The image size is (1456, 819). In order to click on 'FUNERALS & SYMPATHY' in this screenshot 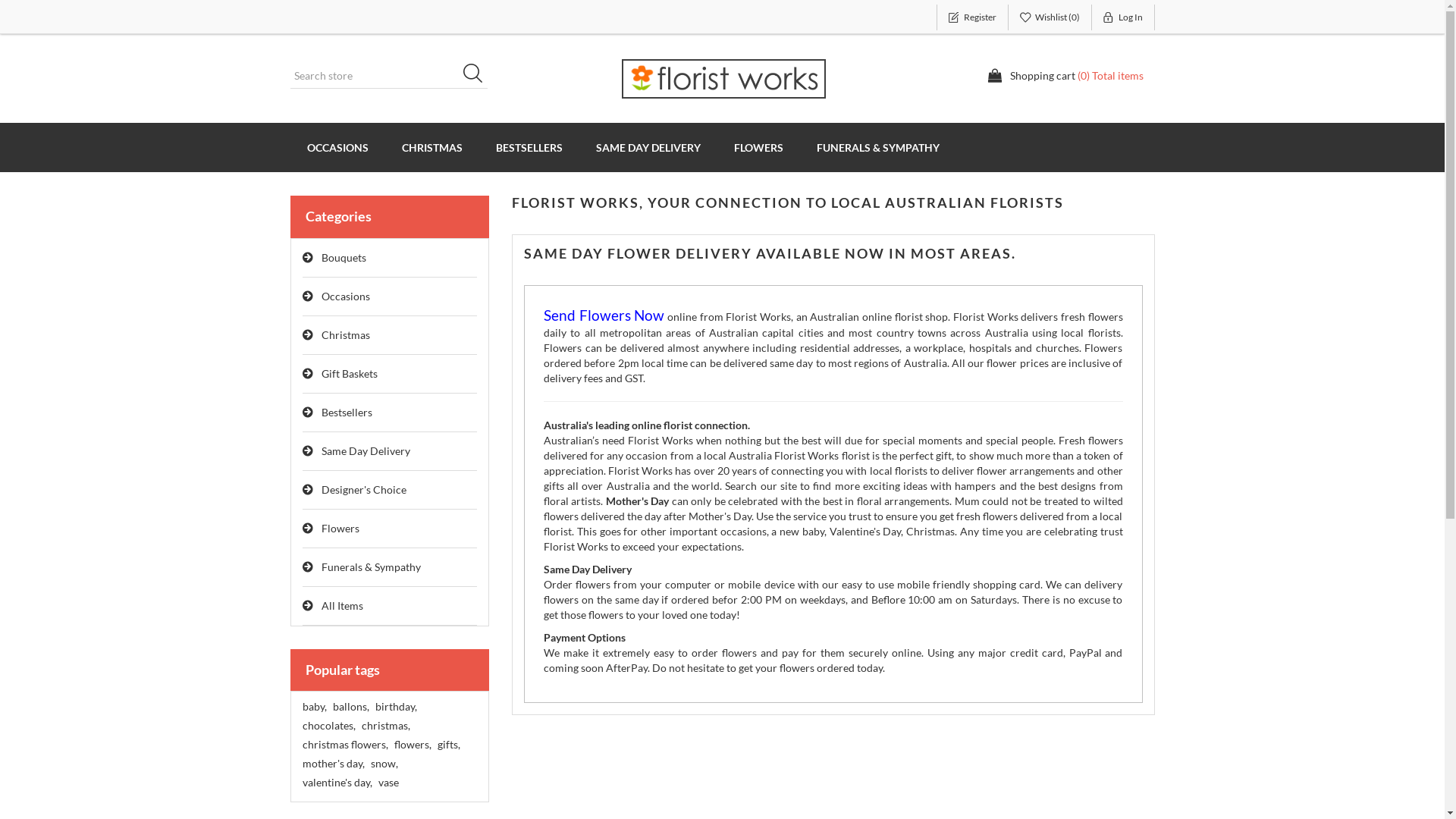, I will do `click(877, 147)`.